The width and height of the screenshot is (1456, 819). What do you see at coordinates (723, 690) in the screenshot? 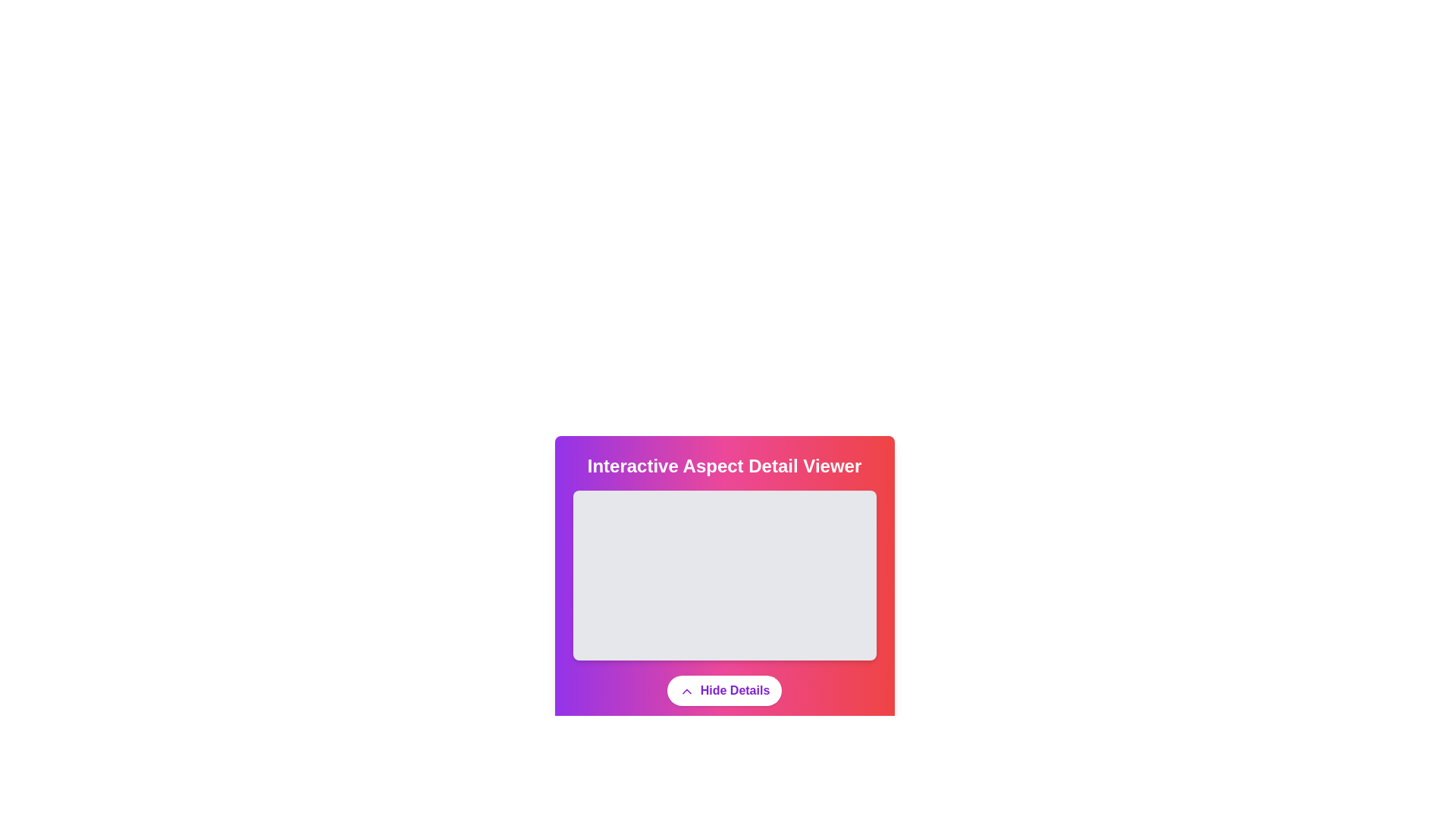
I see `the white button with rounded rectangular shape that has purple text reading 'Hide Details' and an upward-pointing chevron icon` at bounding box center [723, 690].